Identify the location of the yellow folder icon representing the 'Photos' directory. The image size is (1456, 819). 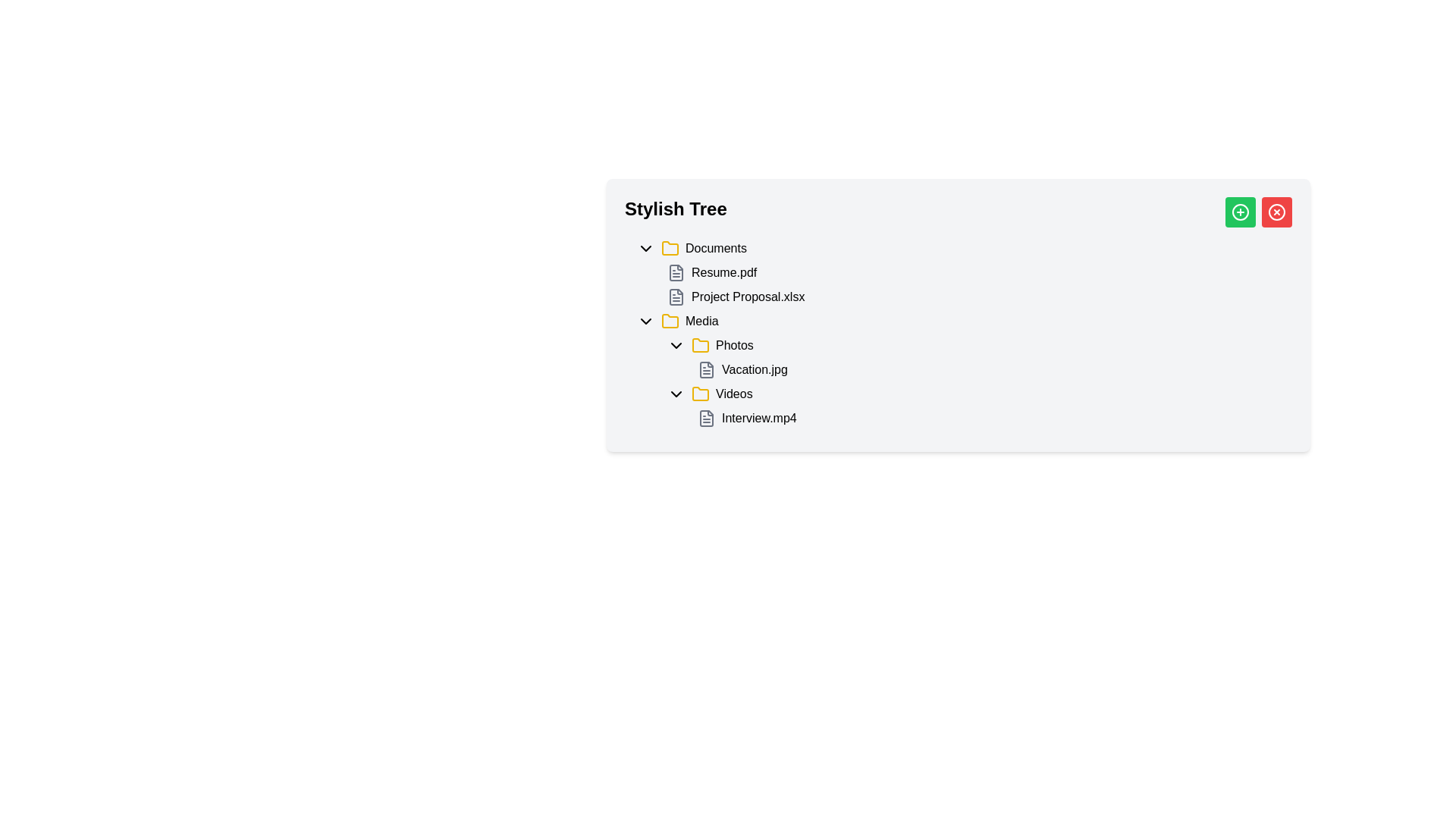
(700, 345).